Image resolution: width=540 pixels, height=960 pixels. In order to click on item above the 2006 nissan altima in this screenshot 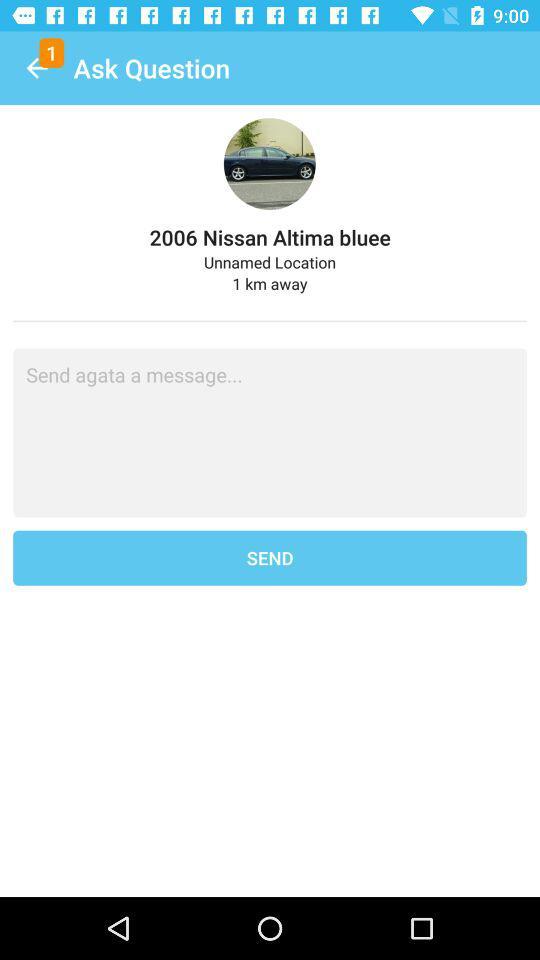, I will do `click(36, 68)`.